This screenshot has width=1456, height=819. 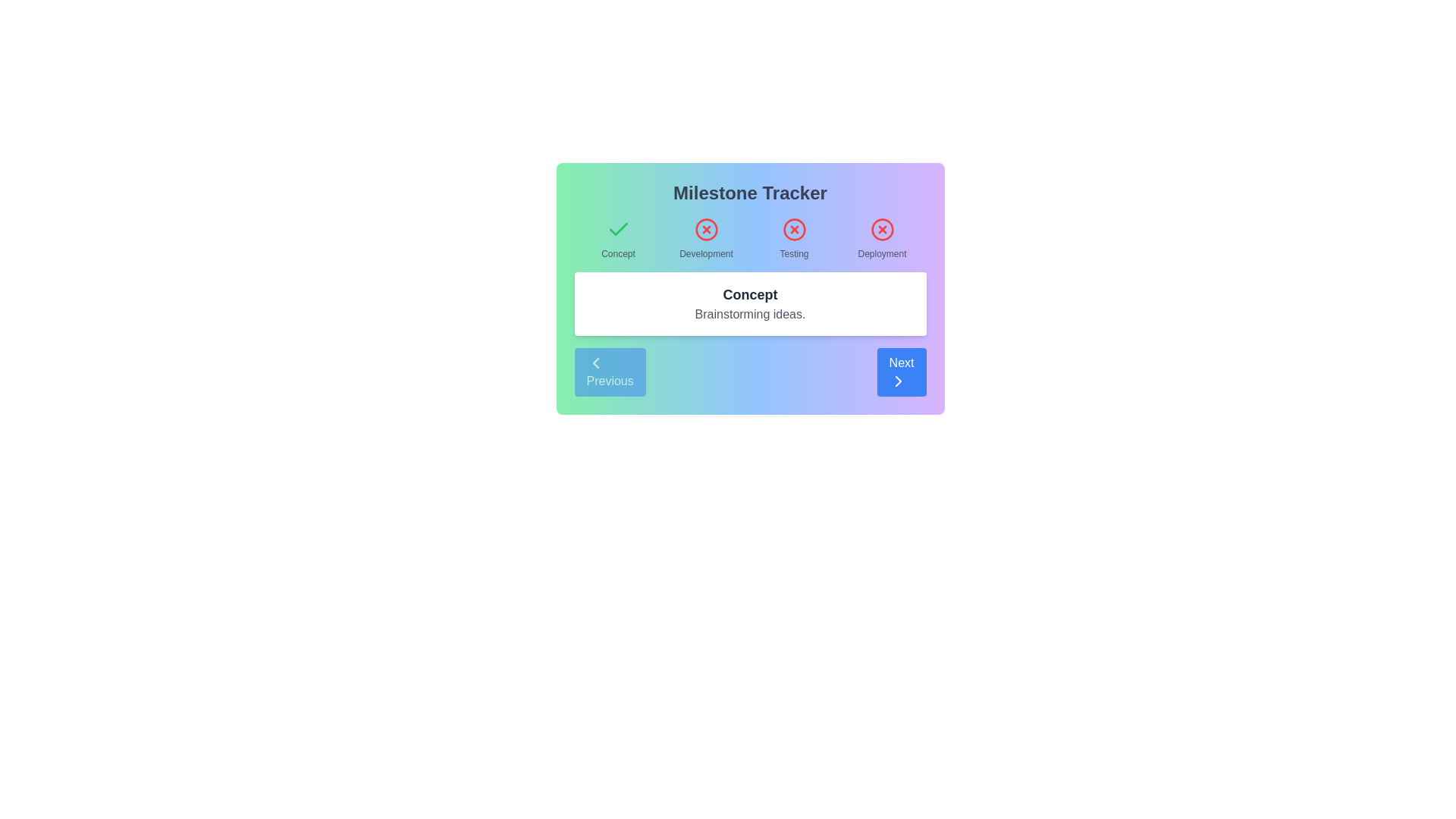 I want to click on the displayed information in the Informational box that describes the 'Concept' milestone, which contains the text 'Brainstorming ideas.', so click(x=750, y=304).